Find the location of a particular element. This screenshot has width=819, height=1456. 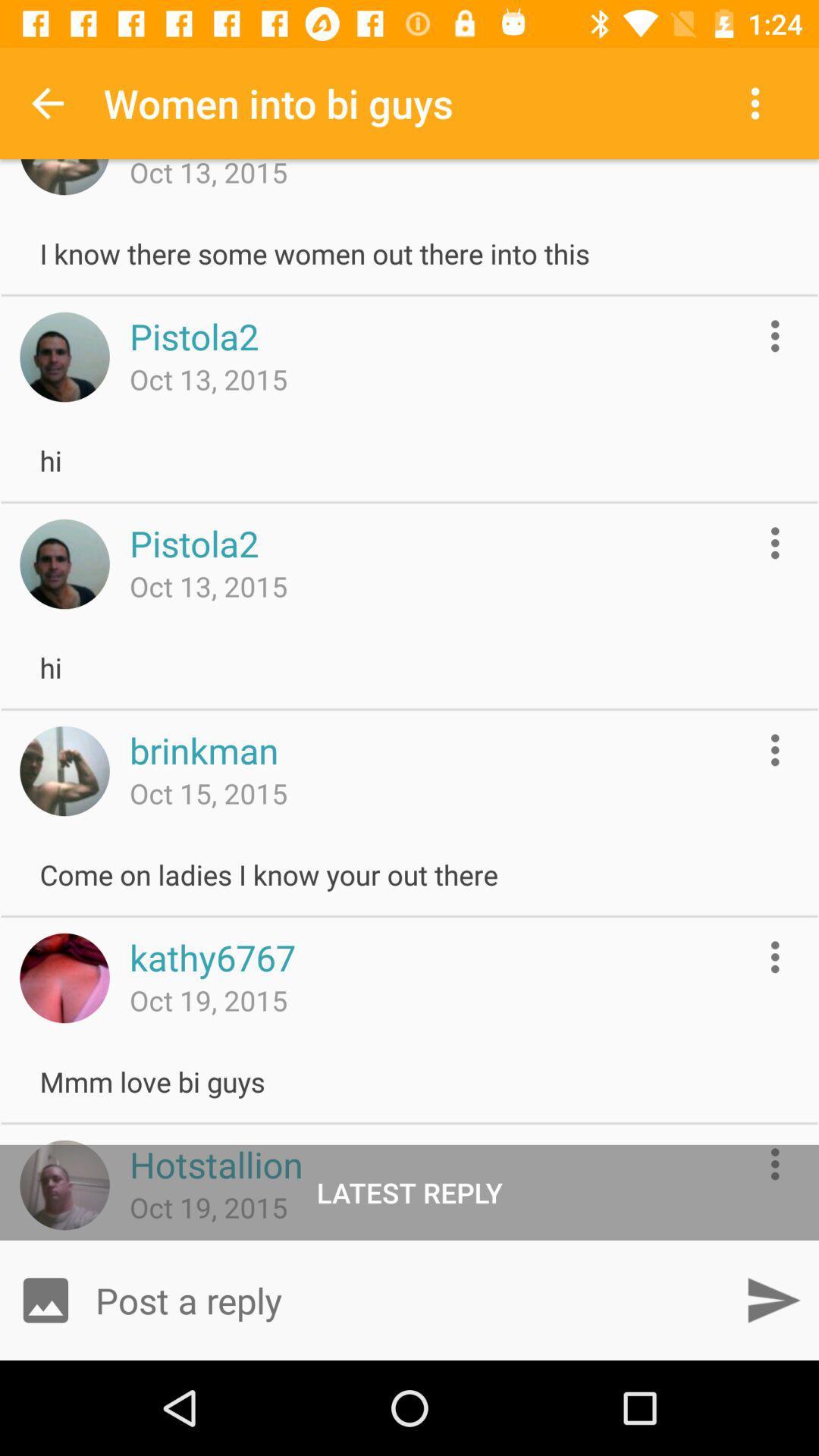

full size profile picture is located at coordinates (64, 563).